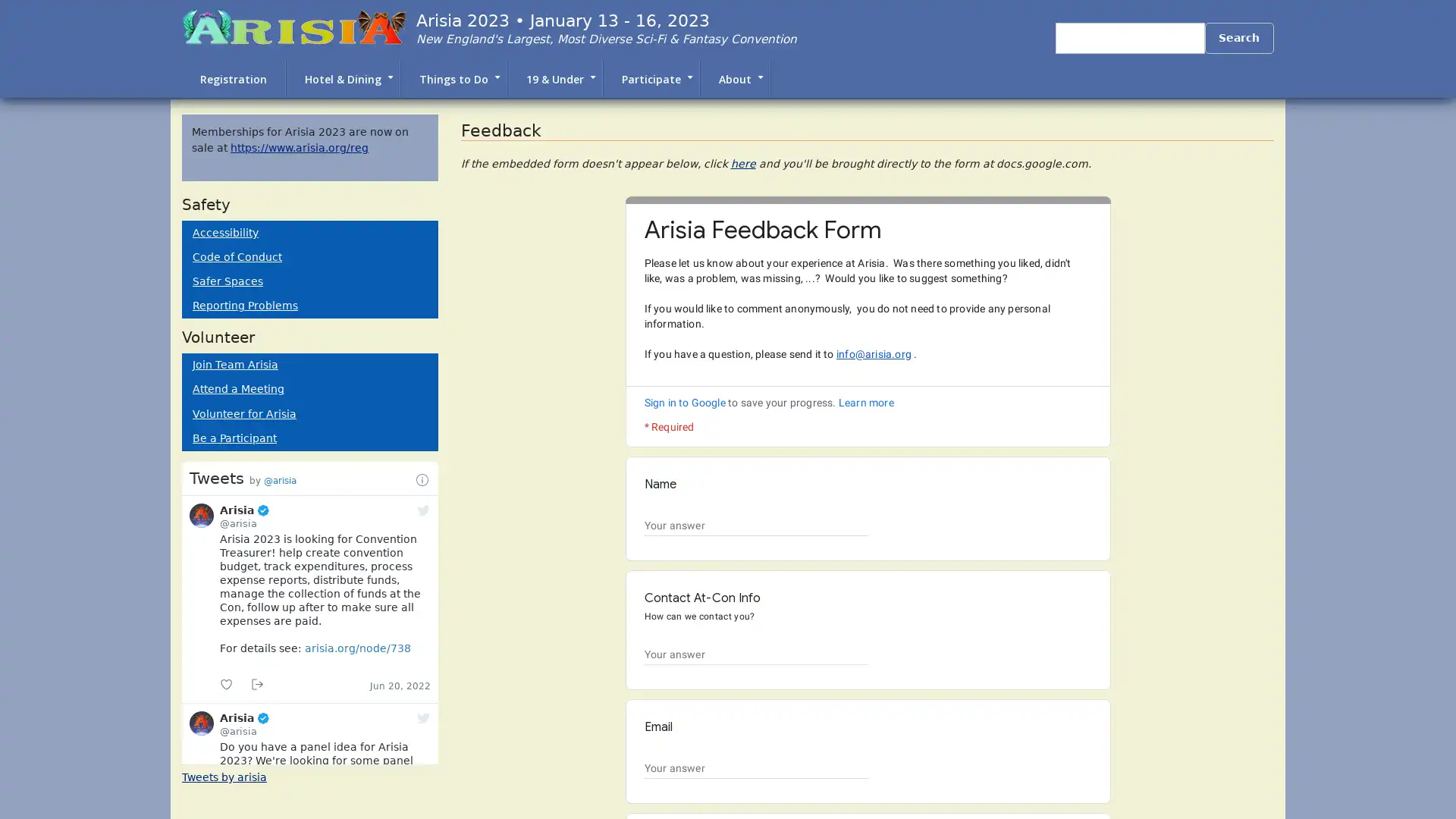 The width and height of the screenshot is (1456, 819). Describe the element at coordinates (1238, 37) in the screenshot. I see `Search` at that location.